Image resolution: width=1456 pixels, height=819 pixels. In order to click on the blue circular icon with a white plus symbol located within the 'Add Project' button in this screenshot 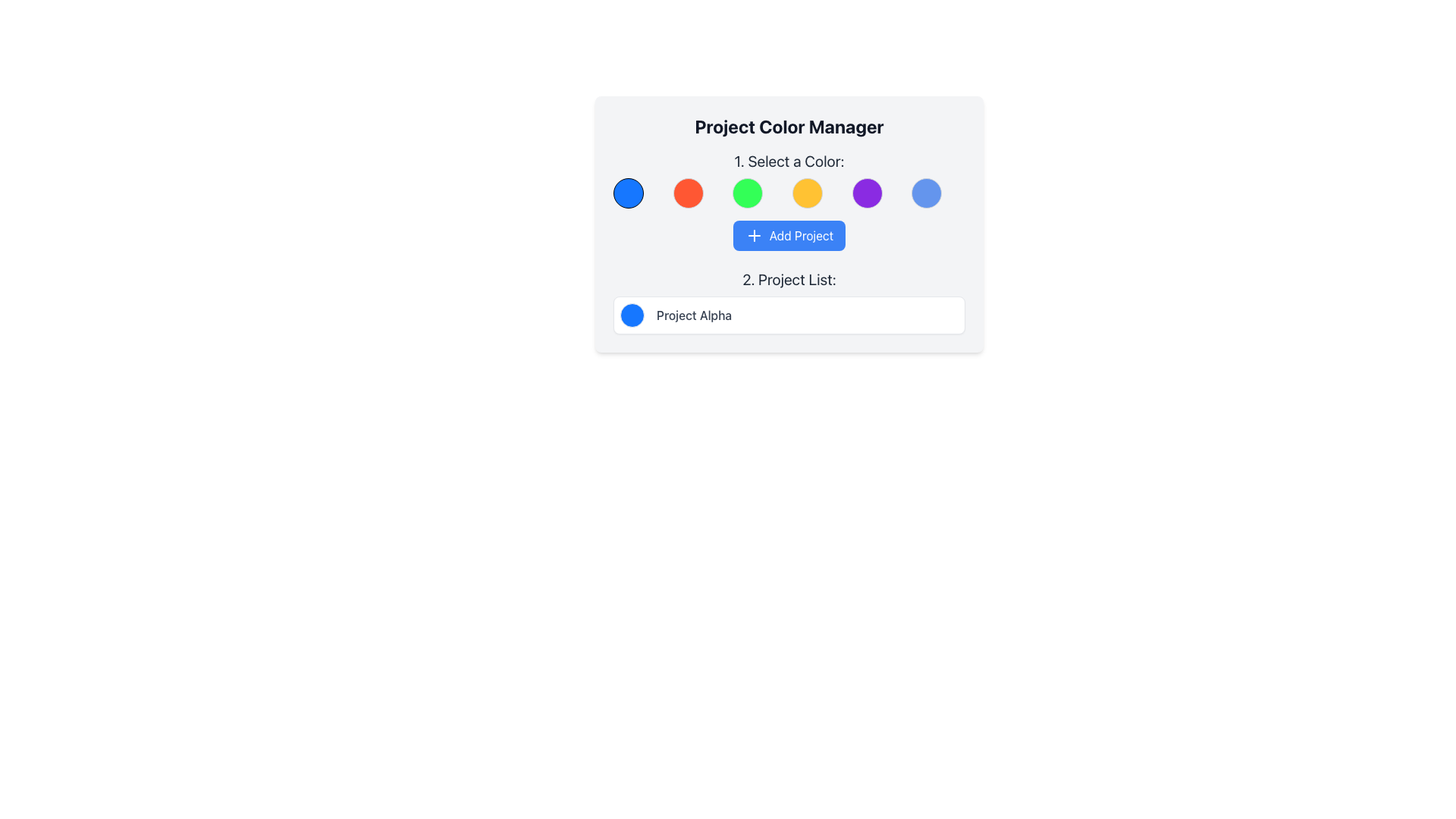, I will do `click(754, 236)`.